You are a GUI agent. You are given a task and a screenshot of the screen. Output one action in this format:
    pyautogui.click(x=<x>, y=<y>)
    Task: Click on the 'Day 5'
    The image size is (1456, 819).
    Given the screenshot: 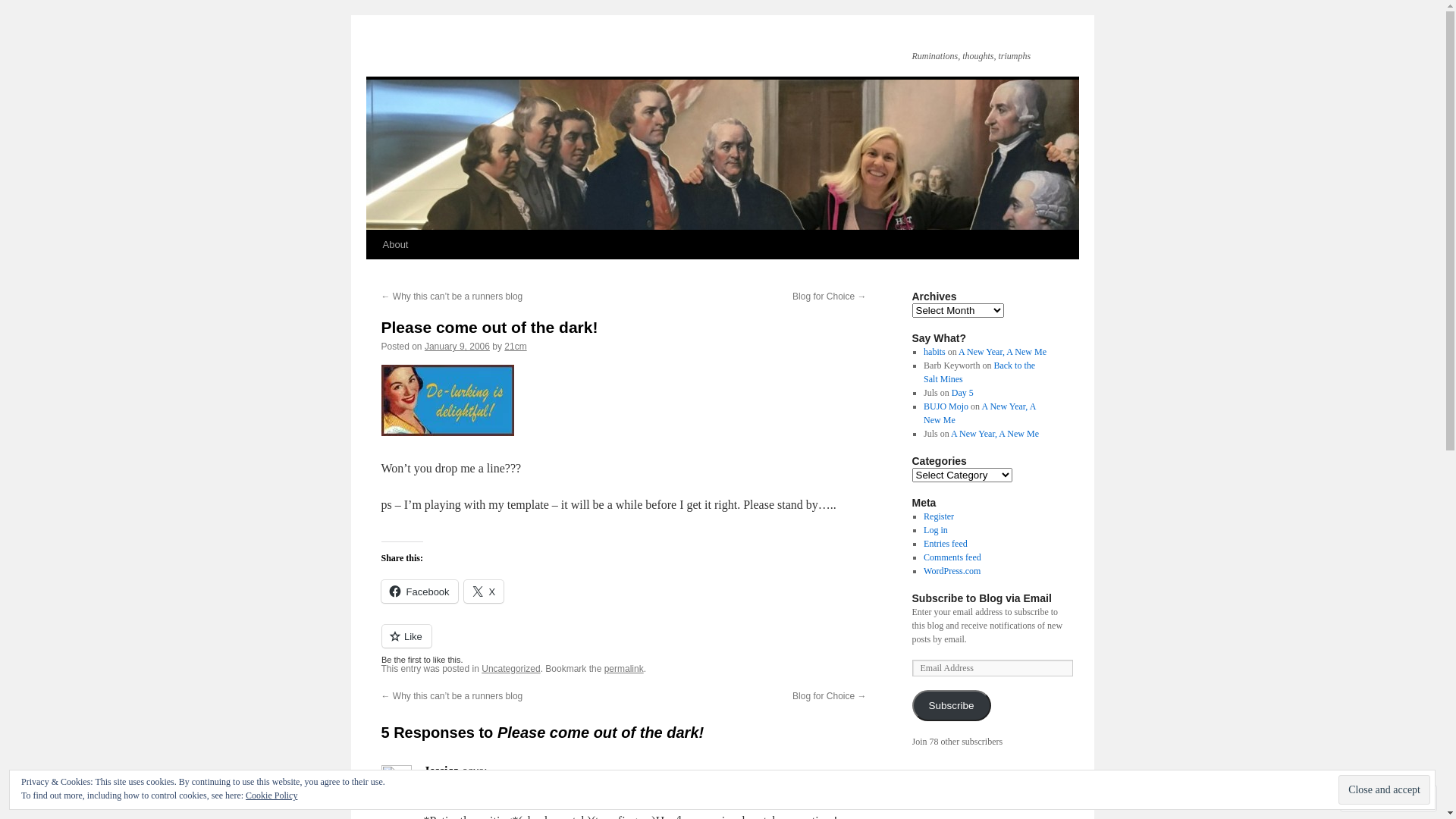 What is the action you would take?
    pyautogui.click(x=962, y=391)
    